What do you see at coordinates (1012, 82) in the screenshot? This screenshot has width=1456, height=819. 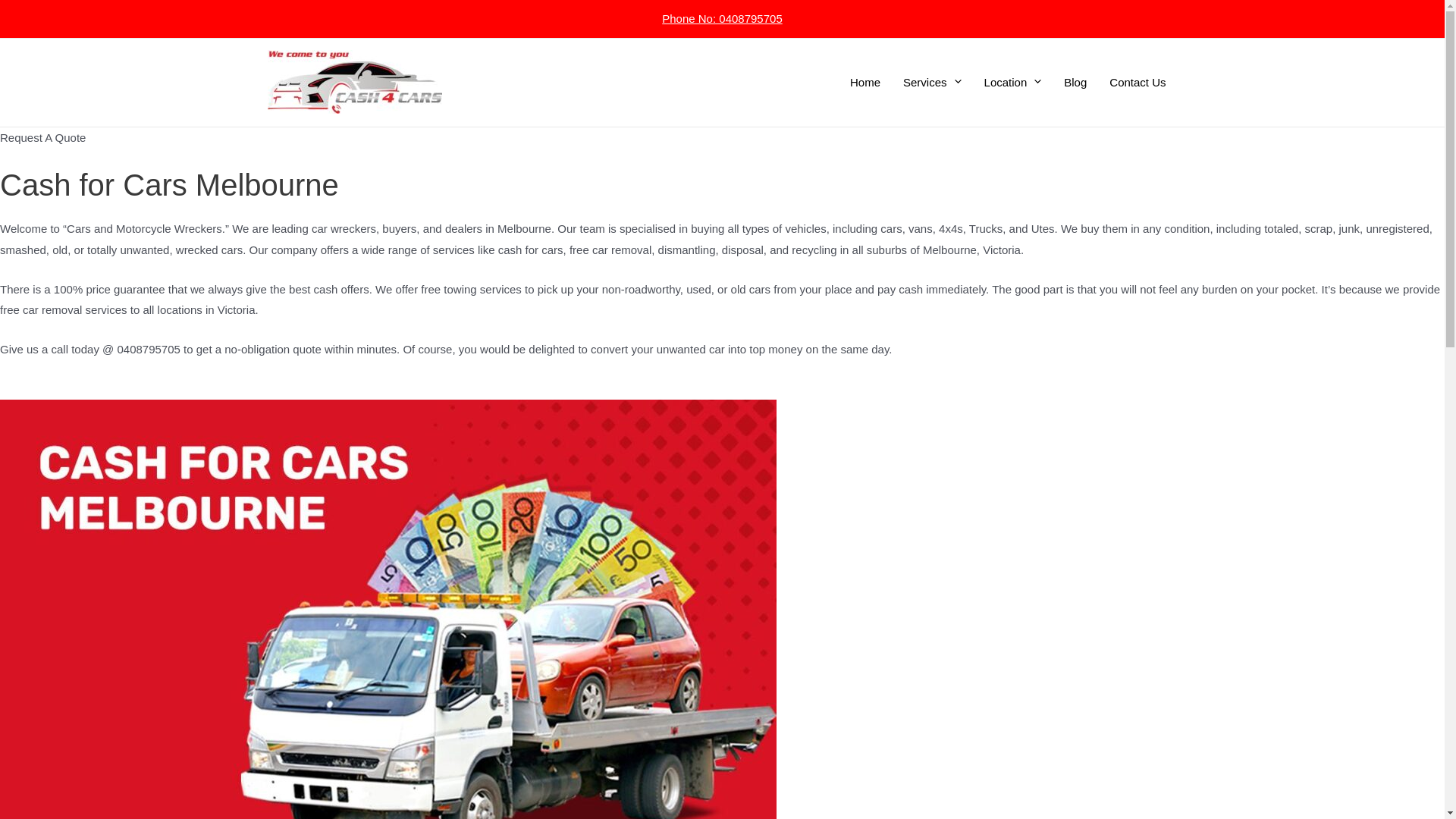 I see `'Location'` at bounding box center [1012, 82].